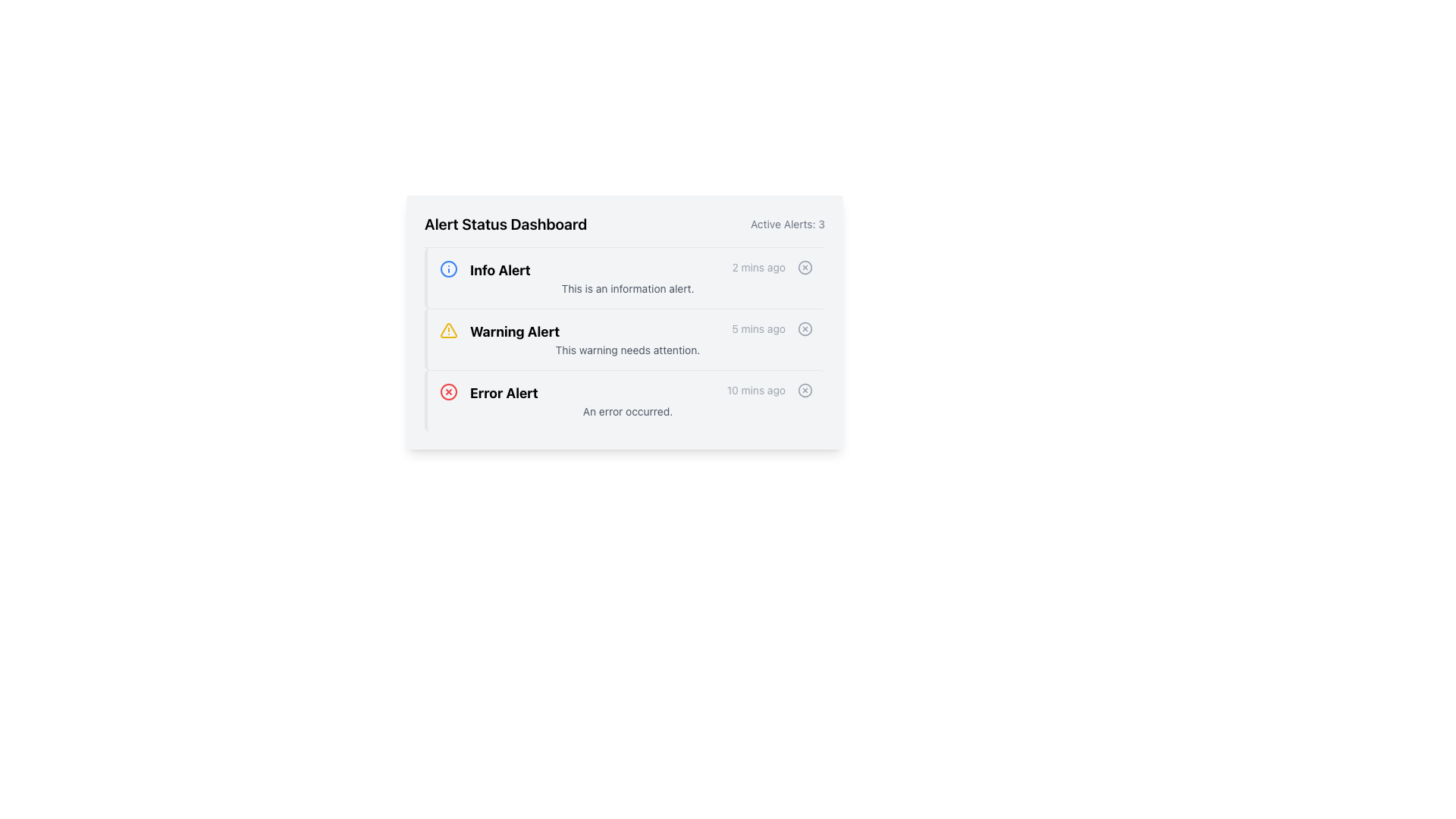 The width and height of the screenshot is (1456, 819). What do you see at coordinates (628, 412) in the screenshot?
I see `the bottom-most text label in the 'Error Alert' section that displays a detailed description of the error event` at bounding box center [628, 412].